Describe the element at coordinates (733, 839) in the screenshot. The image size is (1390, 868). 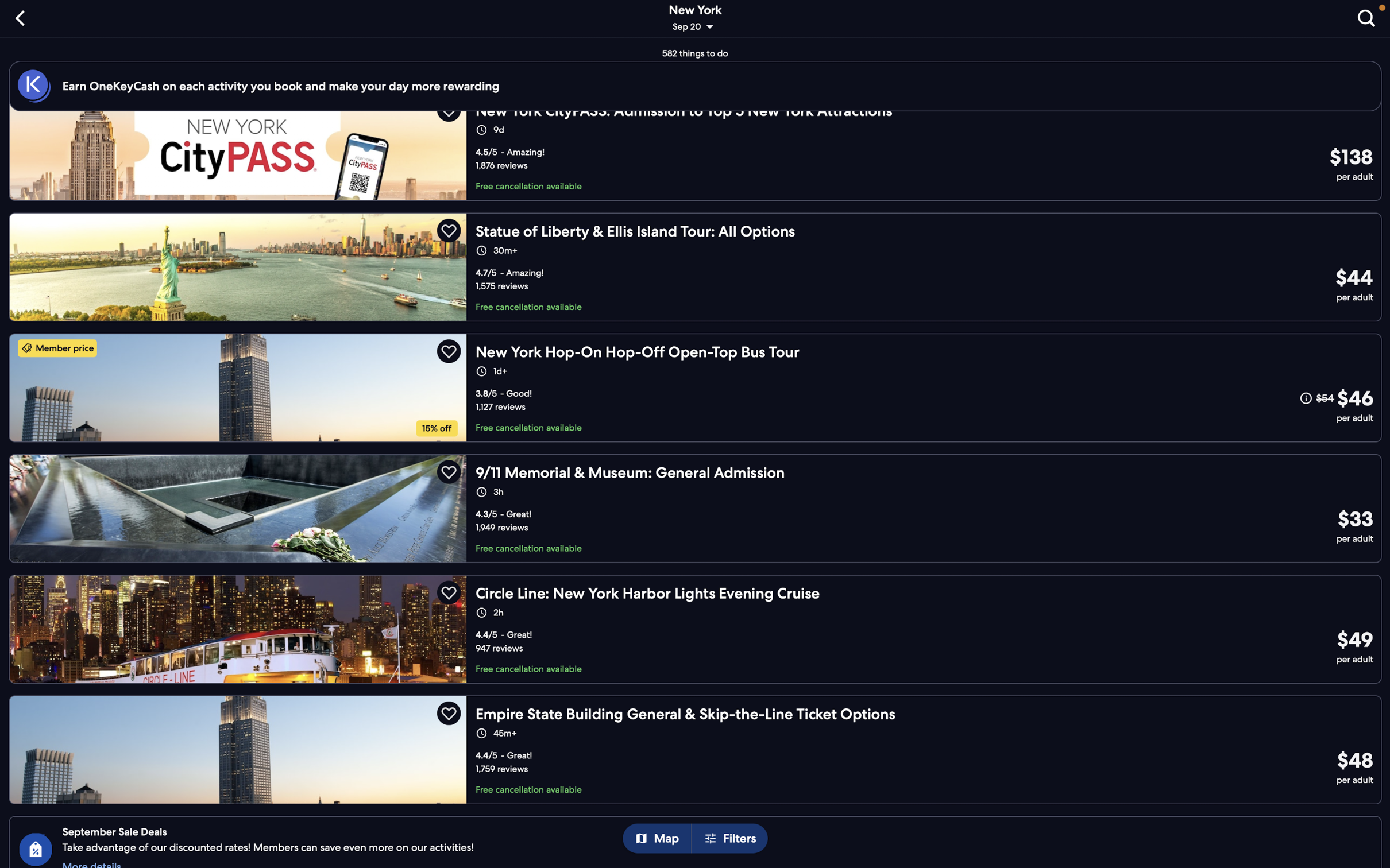
I see `"filters" to fine-tune your search outcome` at that location.